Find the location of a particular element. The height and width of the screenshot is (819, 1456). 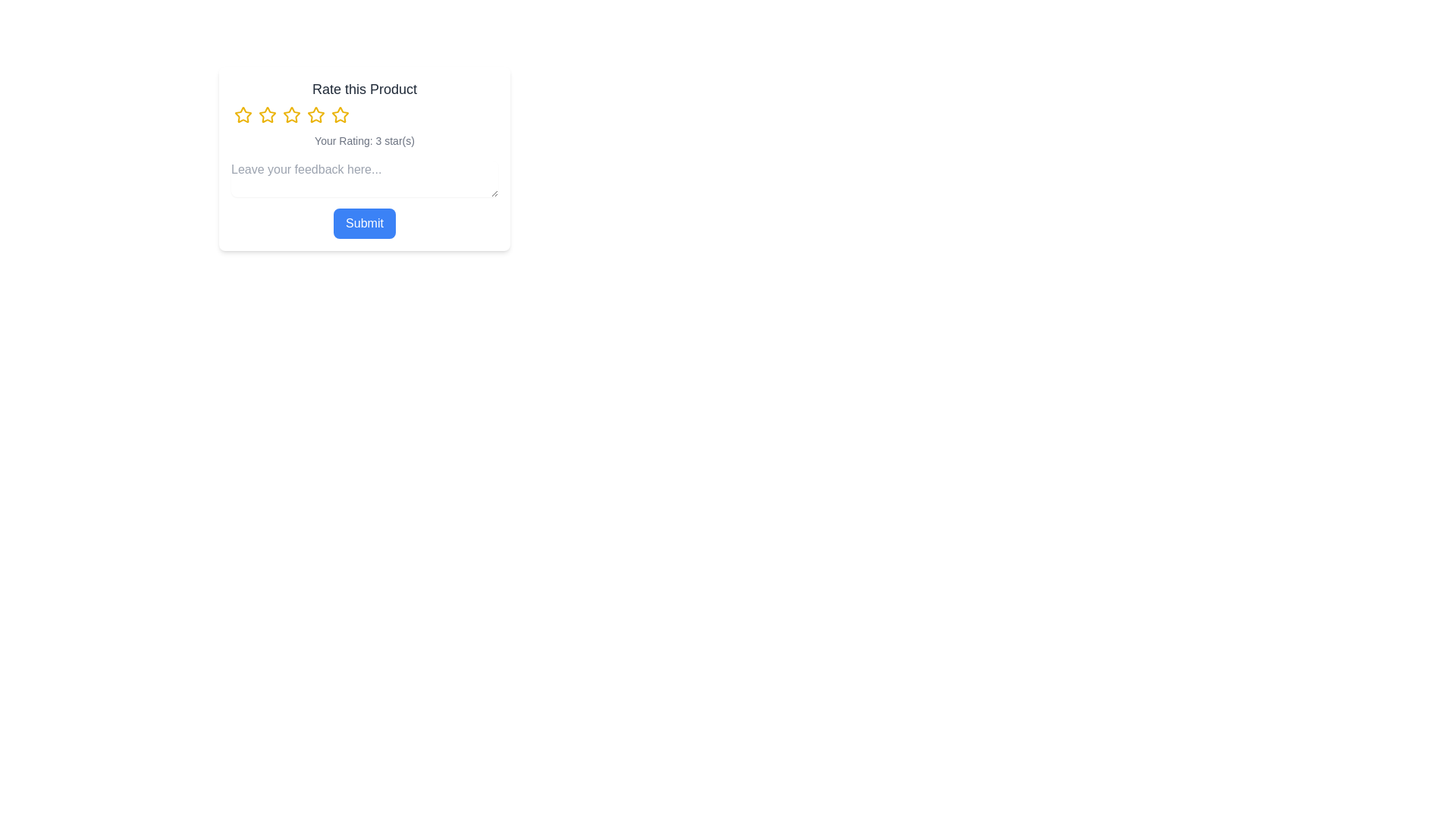

the rating by clicking on the 1 star is located at coordinates (243, 114).